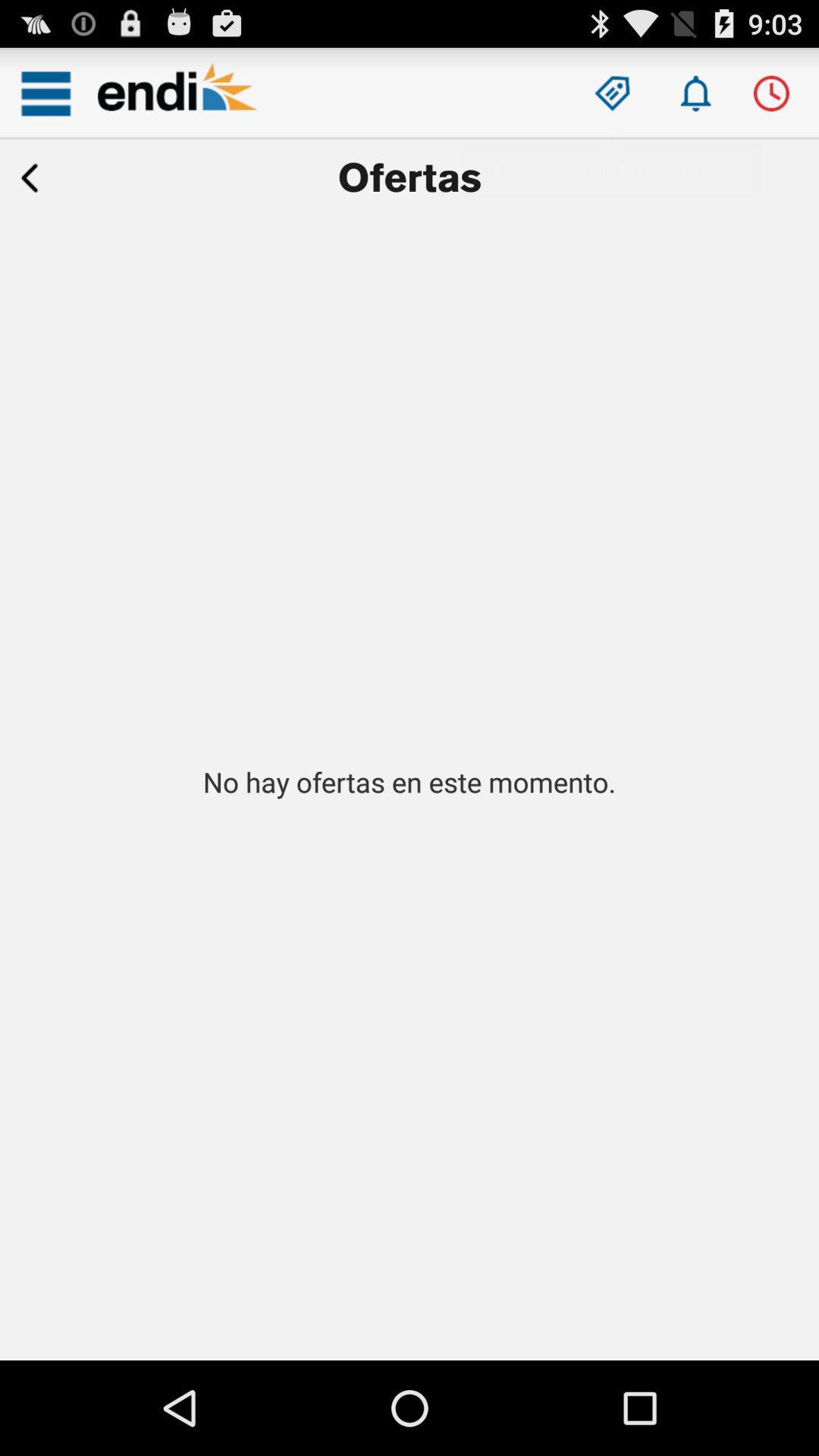 The image size is (819, 1456). I want to click on the arrow_backward icon, so click(30, 190).